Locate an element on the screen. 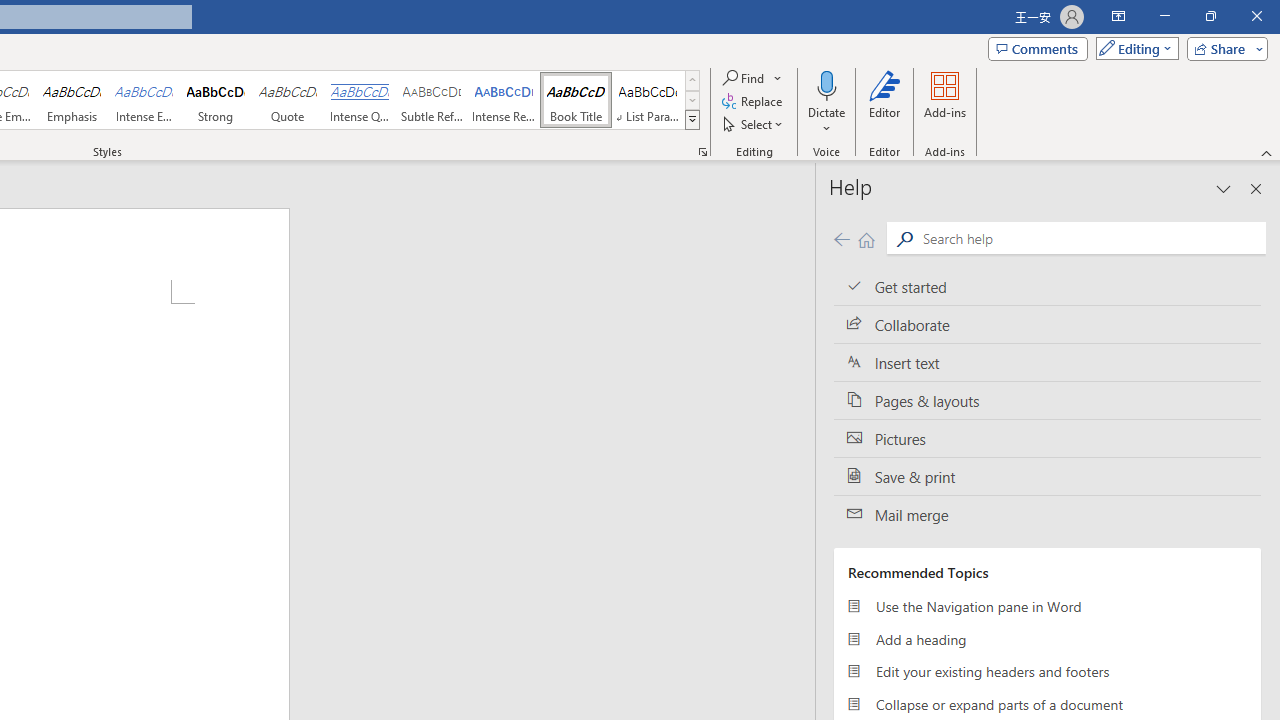  'Comments' is located at coordinates (1038, 47).